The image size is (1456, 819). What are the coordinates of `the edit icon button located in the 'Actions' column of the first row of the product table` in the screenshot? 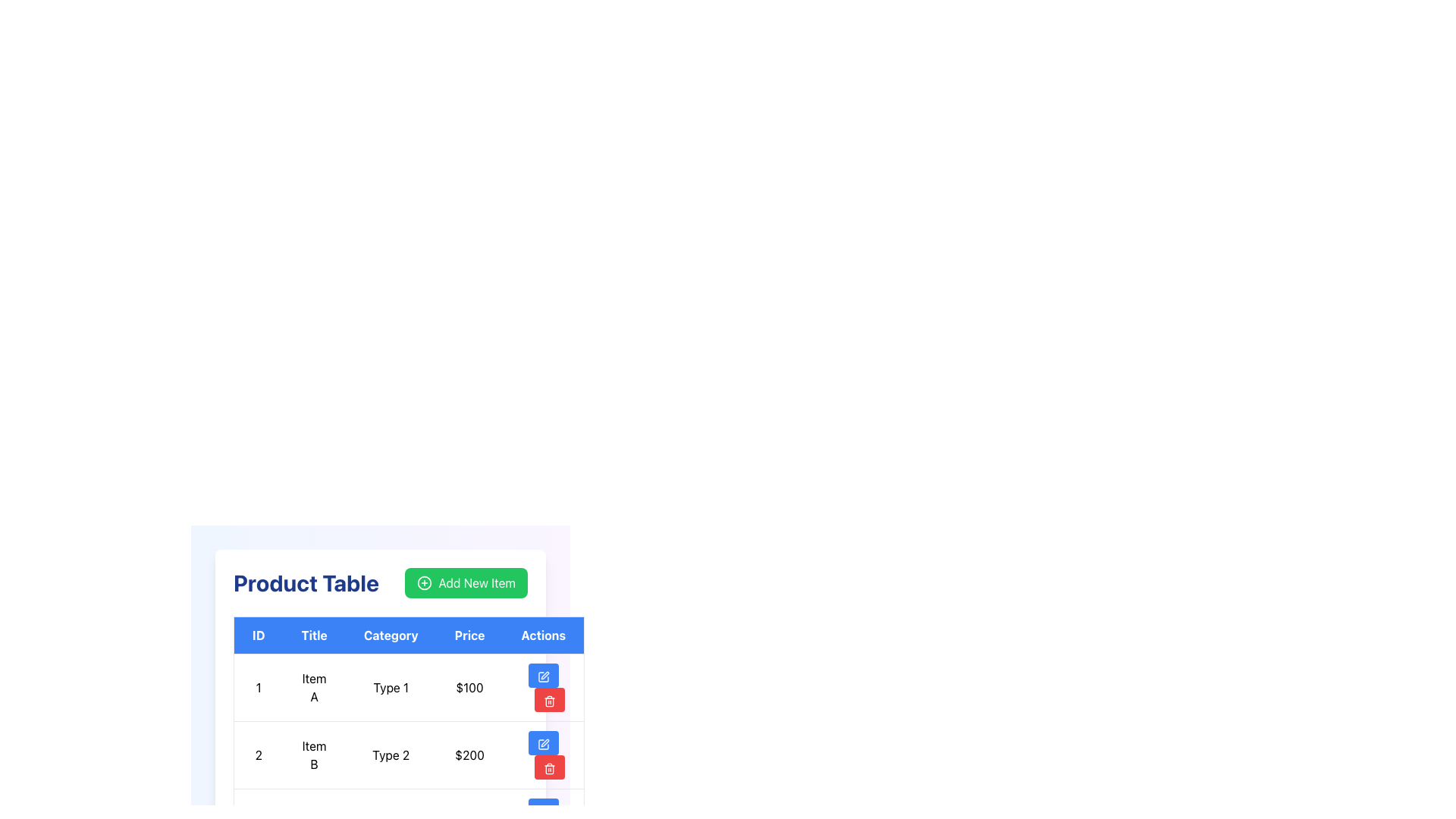 It's located at (543, 676).